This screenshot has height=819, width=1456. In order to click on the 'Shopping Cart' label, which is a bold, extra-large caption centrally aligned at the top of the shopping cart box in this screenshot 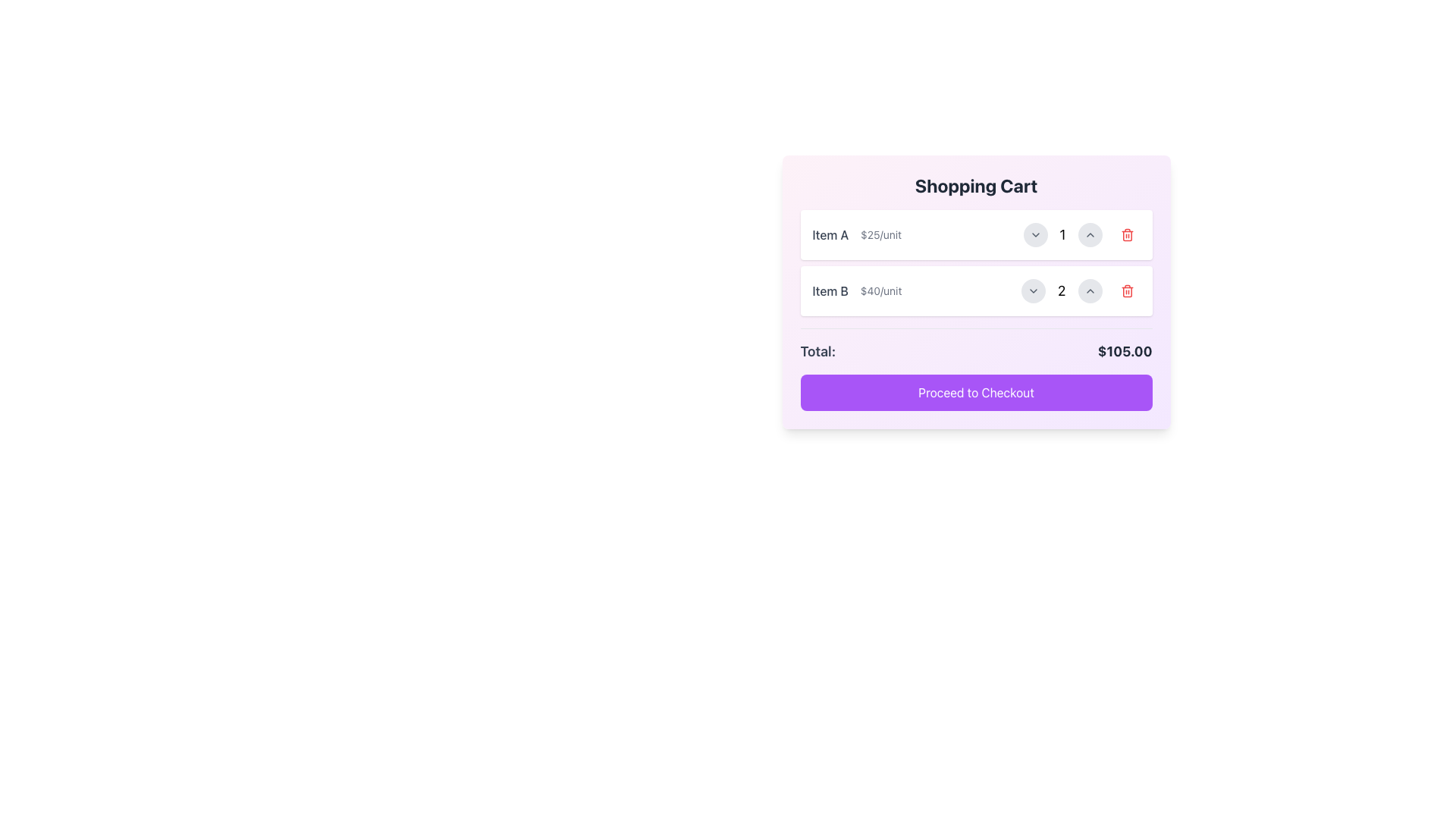, I will do `click(976, 185)`.